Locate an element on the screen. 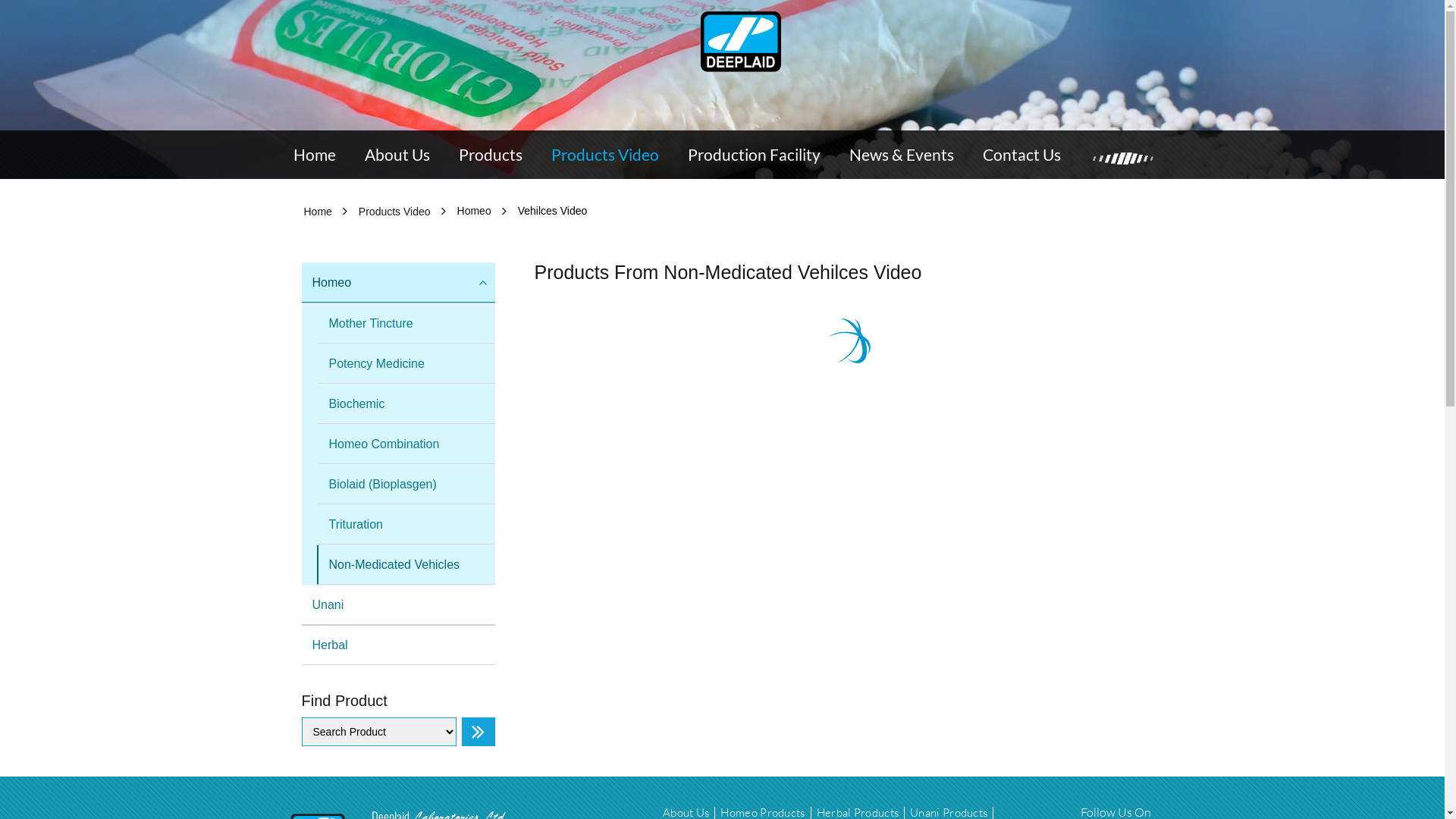 Image resolution: width=1456 pixels, height=819 pixels. 'Trituration' is located at coordinates (315, 523).